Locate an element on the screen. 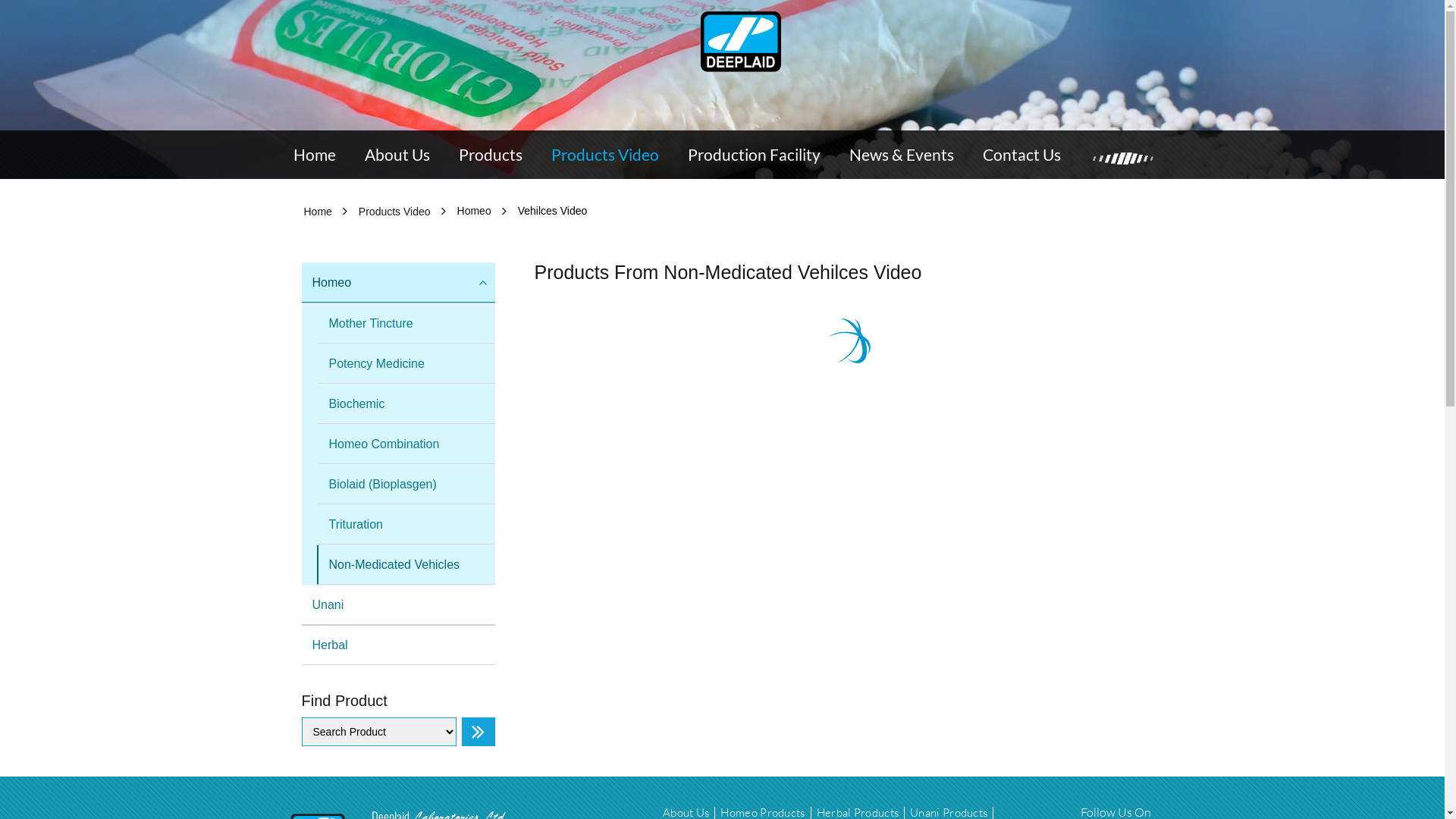 Image resolution: width=1456 pixels, height=819 pixels. 'Trituration' is located at coordinates (315, 523).